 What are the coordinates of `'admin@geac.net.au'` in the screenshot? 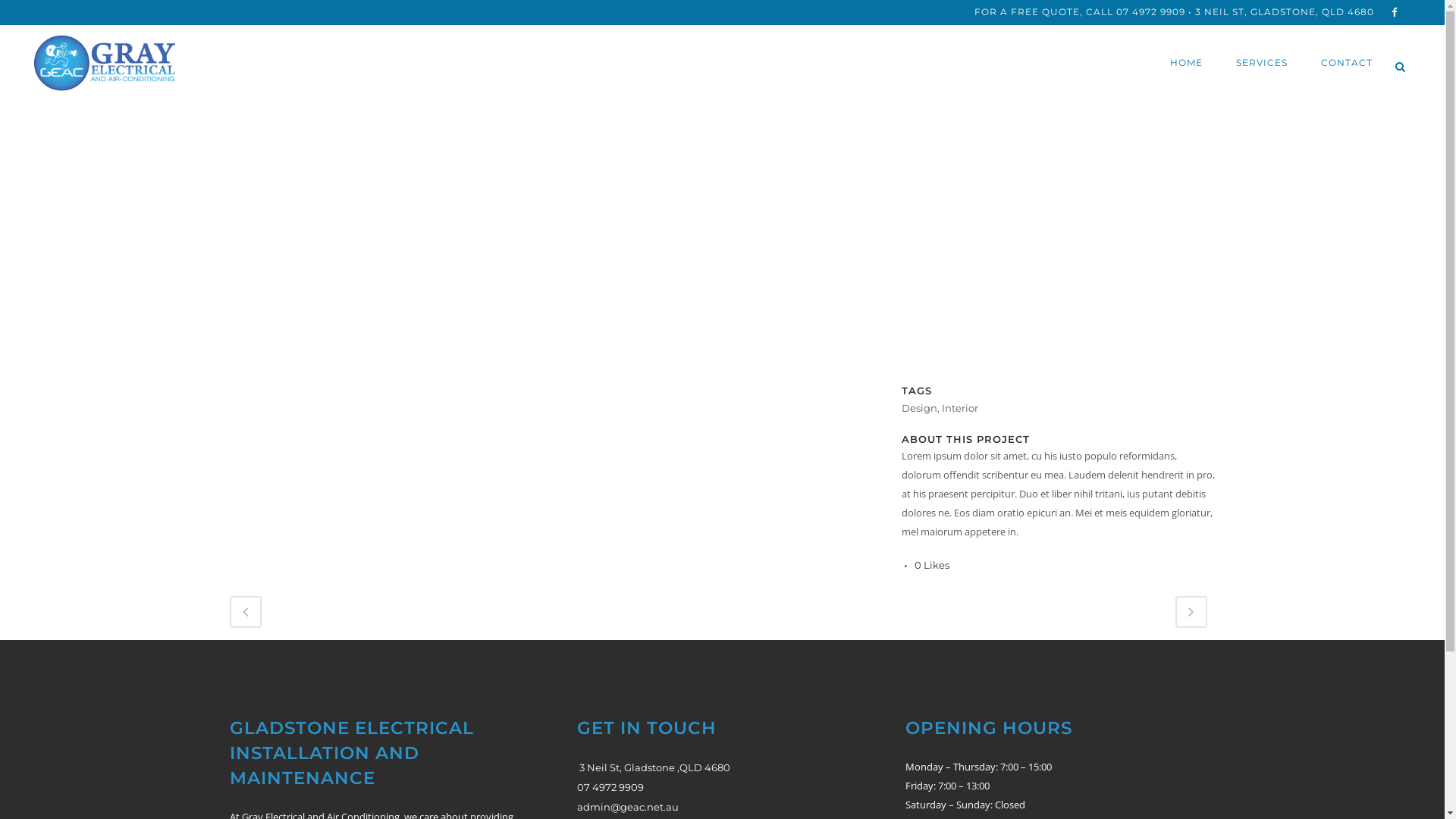 It's located at (628, 806).